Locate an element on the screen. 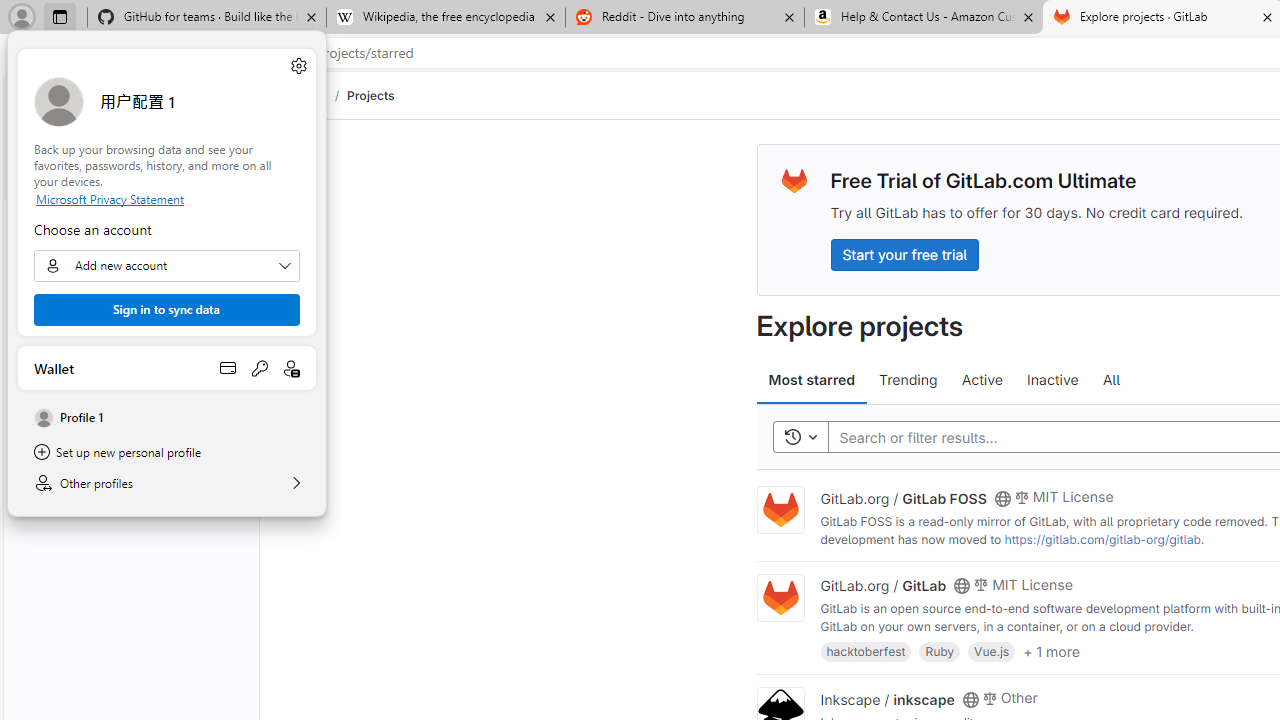 This screenshot has height=720, width=1280. 'Vue.js' is located at coordinates (992, 651).